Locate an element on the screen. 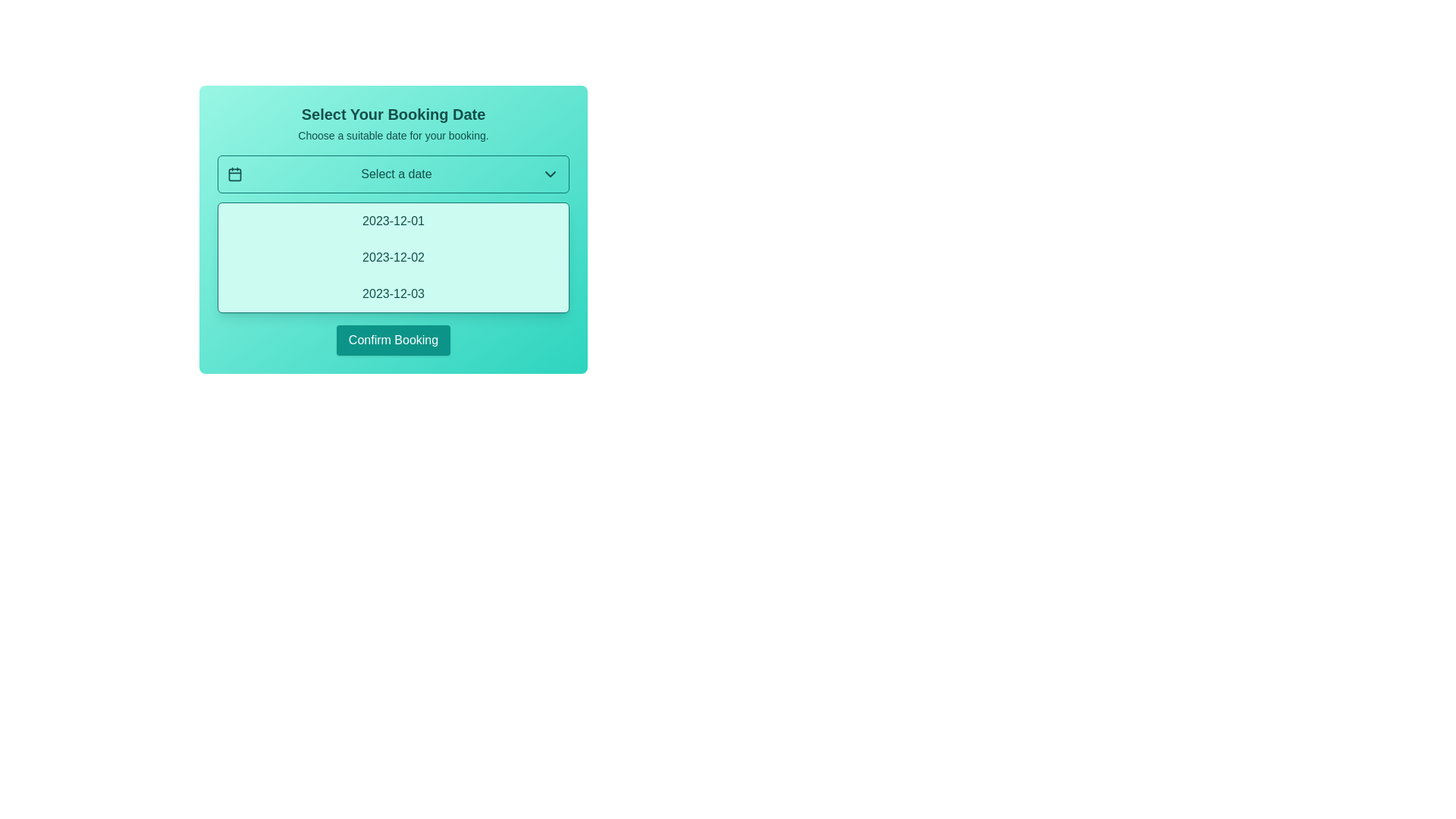 This screenshot has width=1456, height=819. the Dropdown options menu is located at coordinates (393, 230).